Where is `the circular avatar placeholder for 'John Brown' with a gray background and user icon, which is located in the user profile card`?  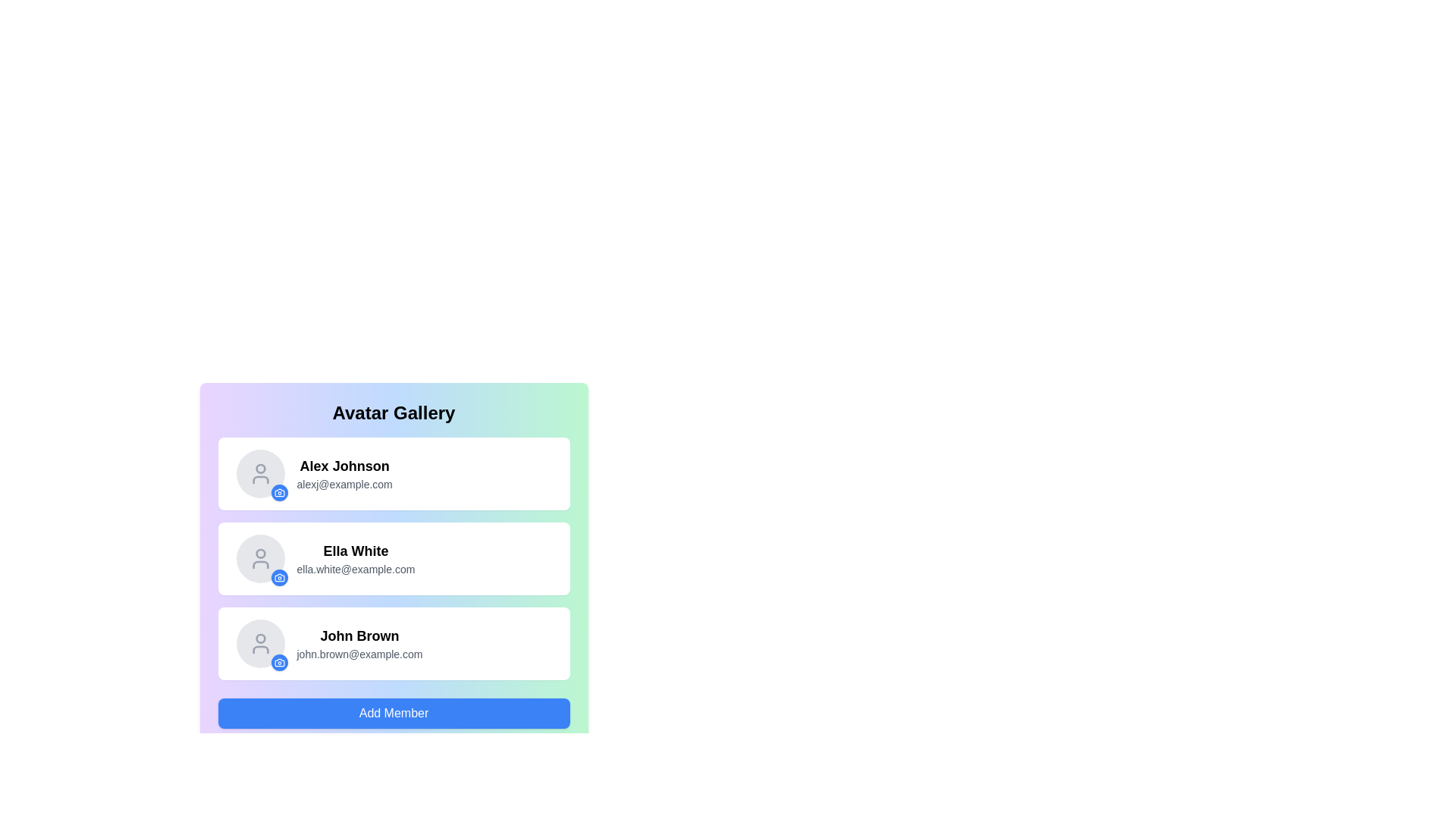
the circular avatar placeholder for 'John Brown' with a gray background and user icon, which is located in the user profile card is located at coordinates (260, 643).